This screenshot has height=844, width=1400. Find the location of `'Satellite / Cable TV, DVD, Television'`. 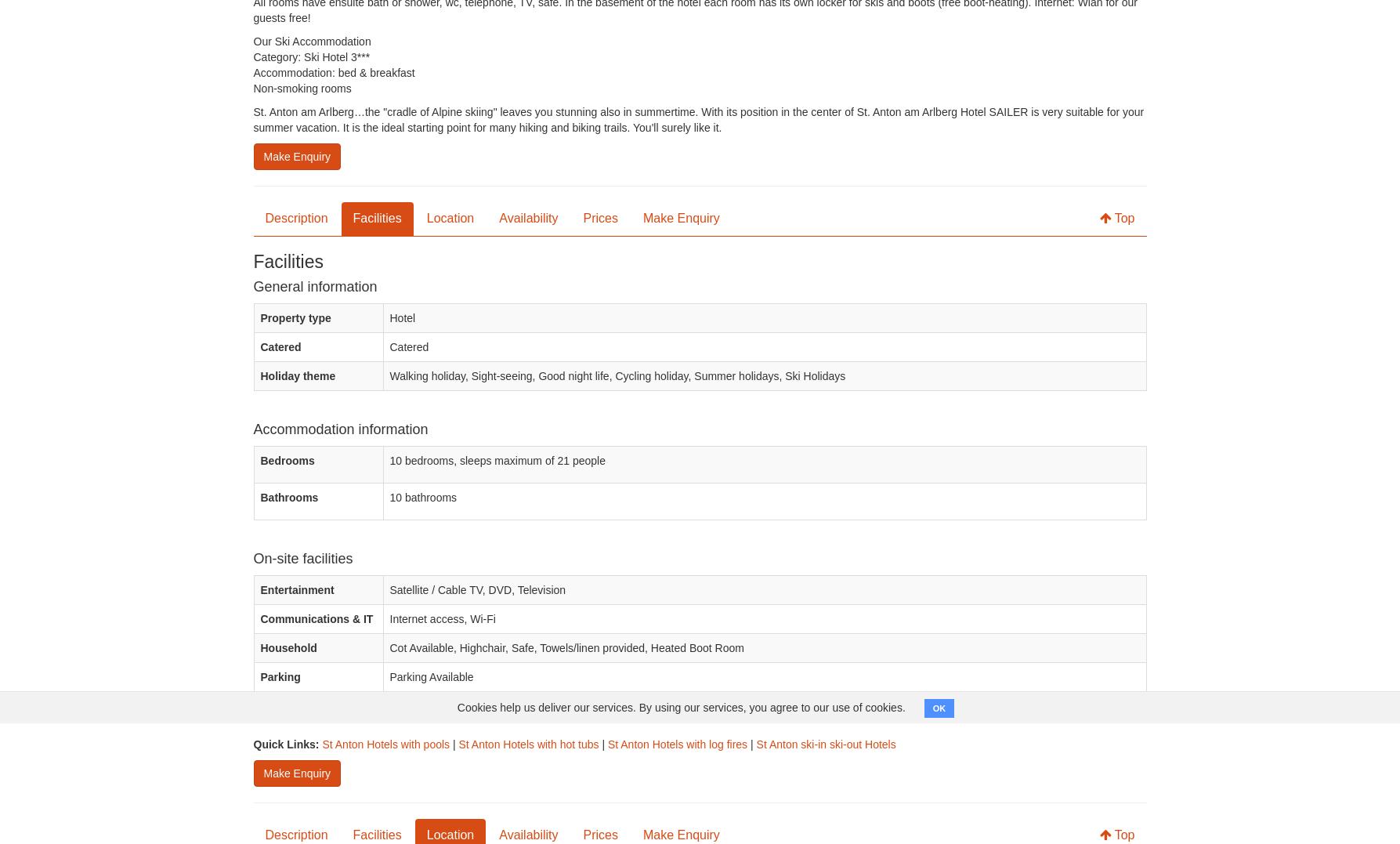

'Satellite / Cable TV, DVD, Television' is located at coordinates (389, 588).